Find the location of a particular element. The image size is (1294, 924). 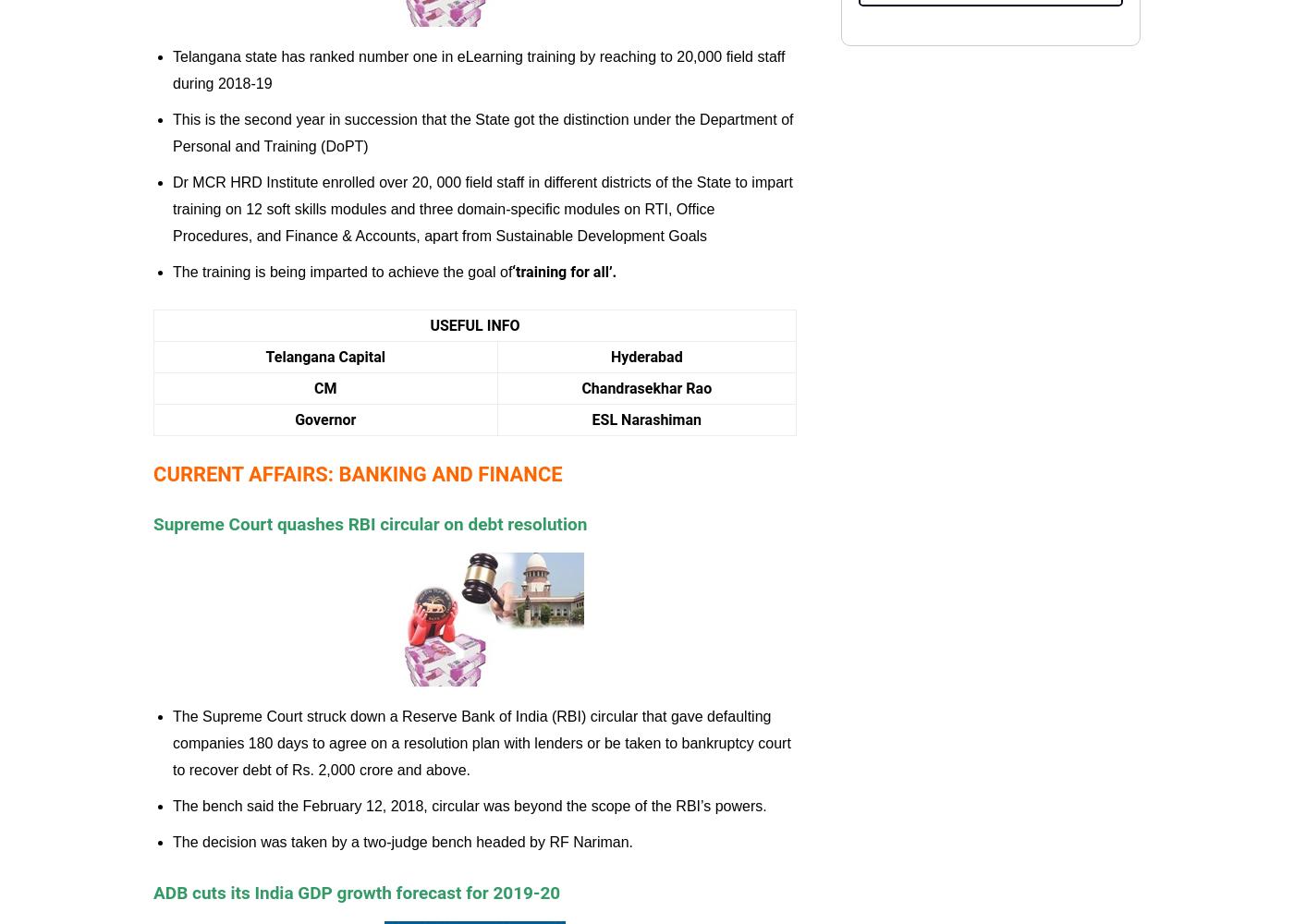

'9003786960 – (Whatsapp)' is located at coordinates (1015, 192).